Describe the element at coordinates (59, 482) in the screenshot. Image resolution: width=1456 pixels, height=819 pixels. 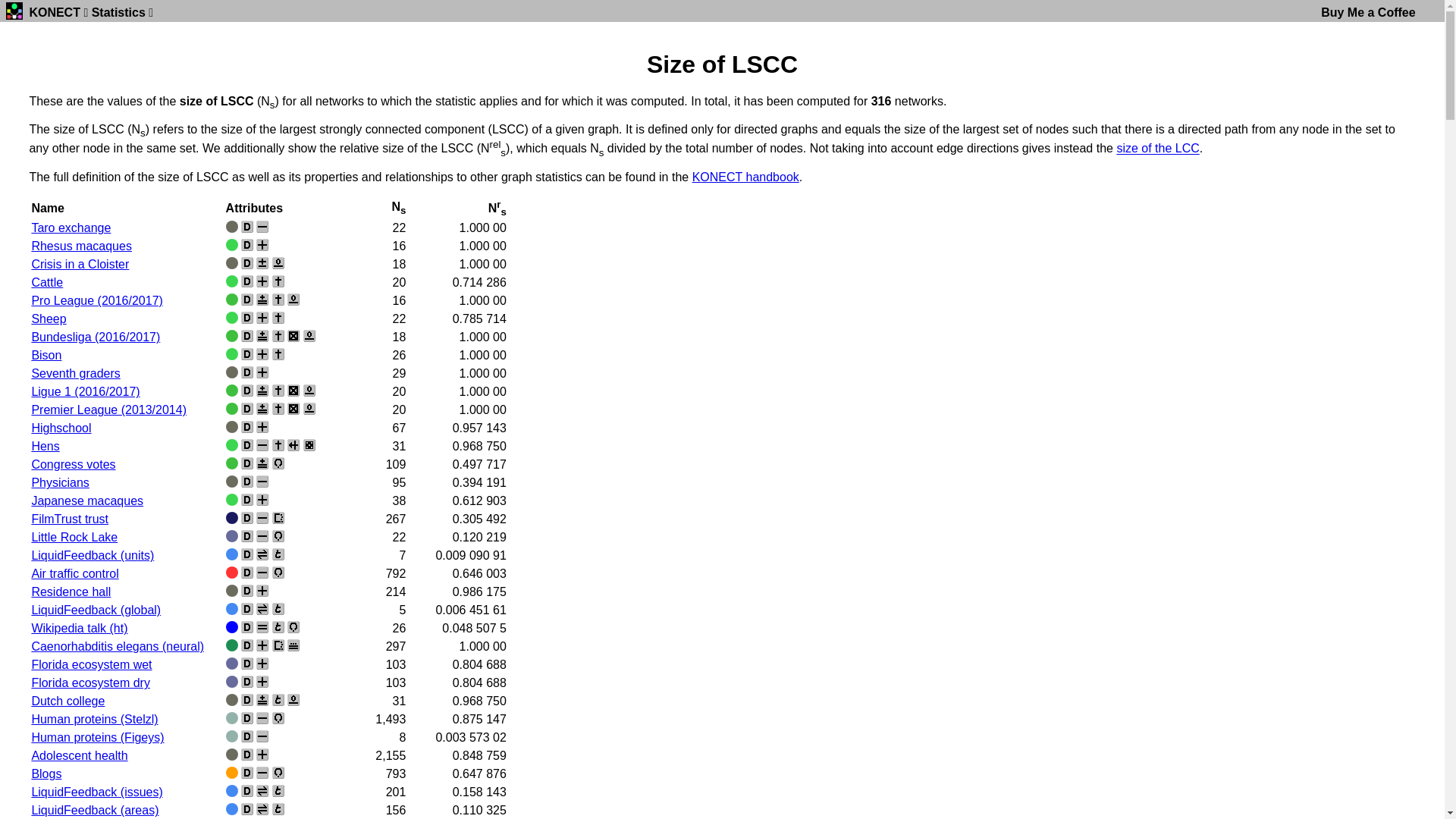
I see `'Physicians'` at that location.